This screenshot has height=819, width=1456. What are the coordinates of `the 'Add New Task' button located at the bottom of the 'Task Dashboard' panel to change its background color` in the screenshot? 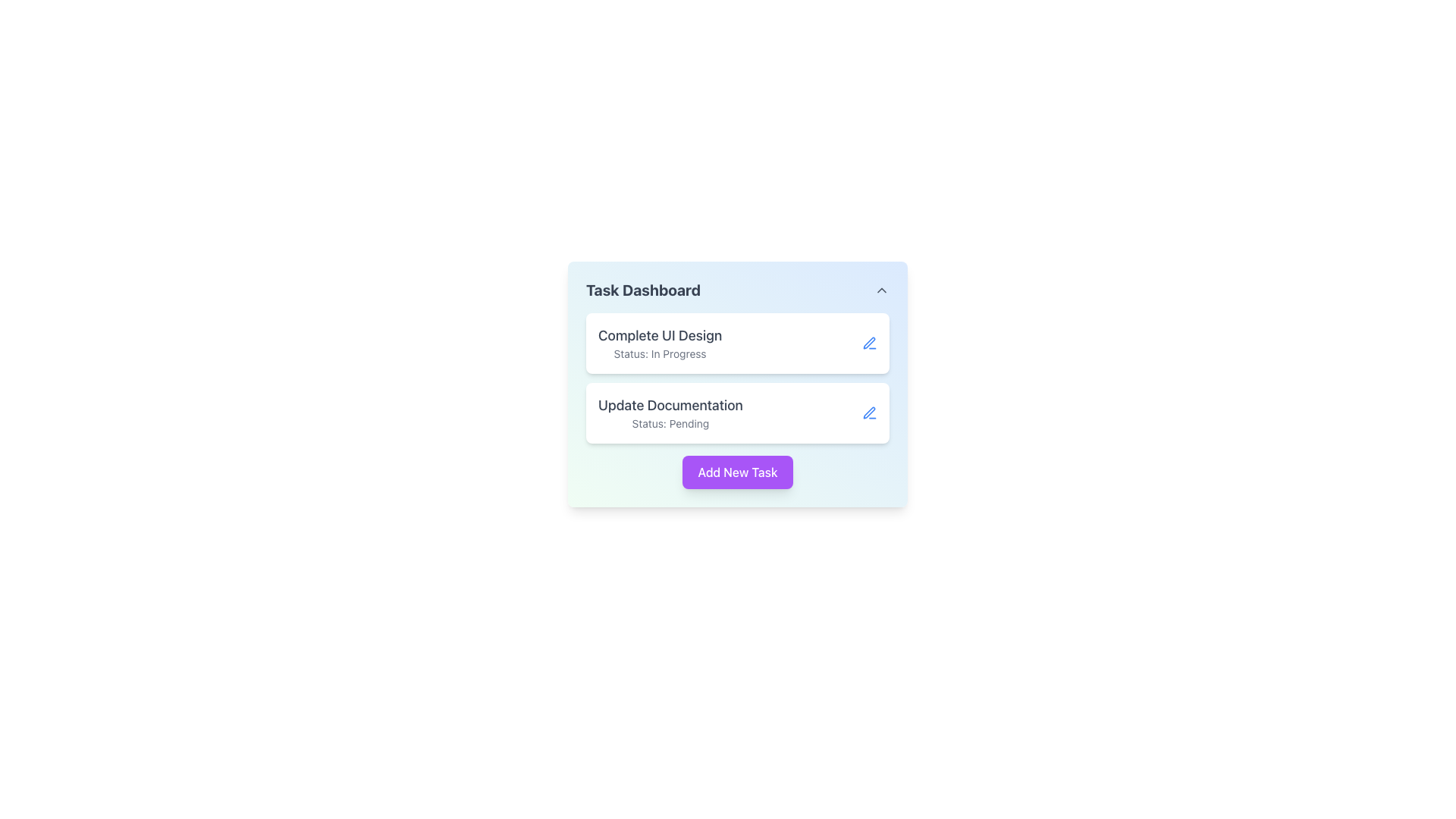 It's located at (738, 472).